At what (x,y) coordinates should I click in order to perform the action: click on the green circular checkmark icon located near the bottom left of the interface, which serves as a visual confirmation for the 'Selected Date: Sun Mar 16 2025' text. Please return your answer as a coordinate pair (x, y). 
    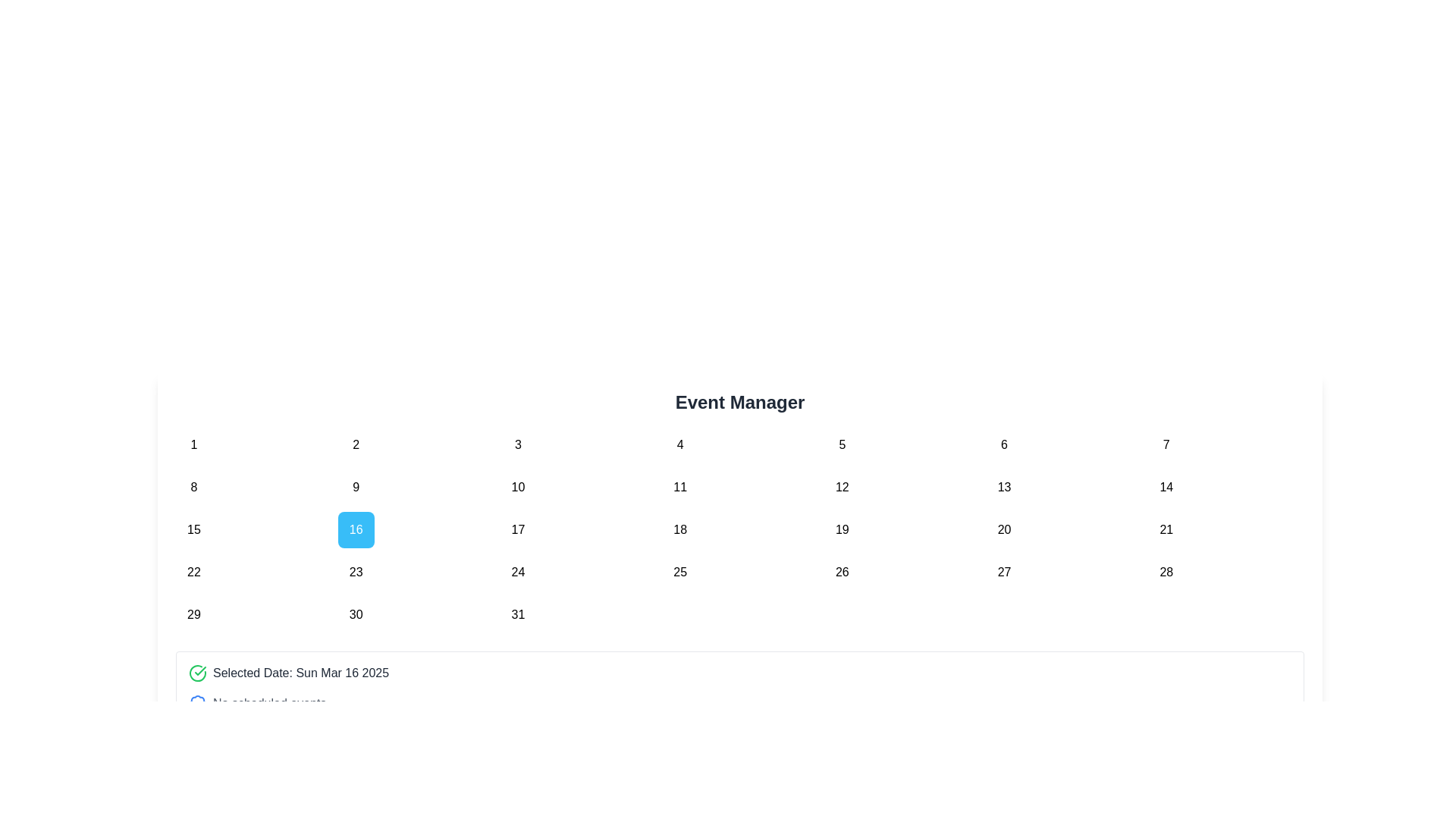
    Looking at the image, I should click on (199, 670).